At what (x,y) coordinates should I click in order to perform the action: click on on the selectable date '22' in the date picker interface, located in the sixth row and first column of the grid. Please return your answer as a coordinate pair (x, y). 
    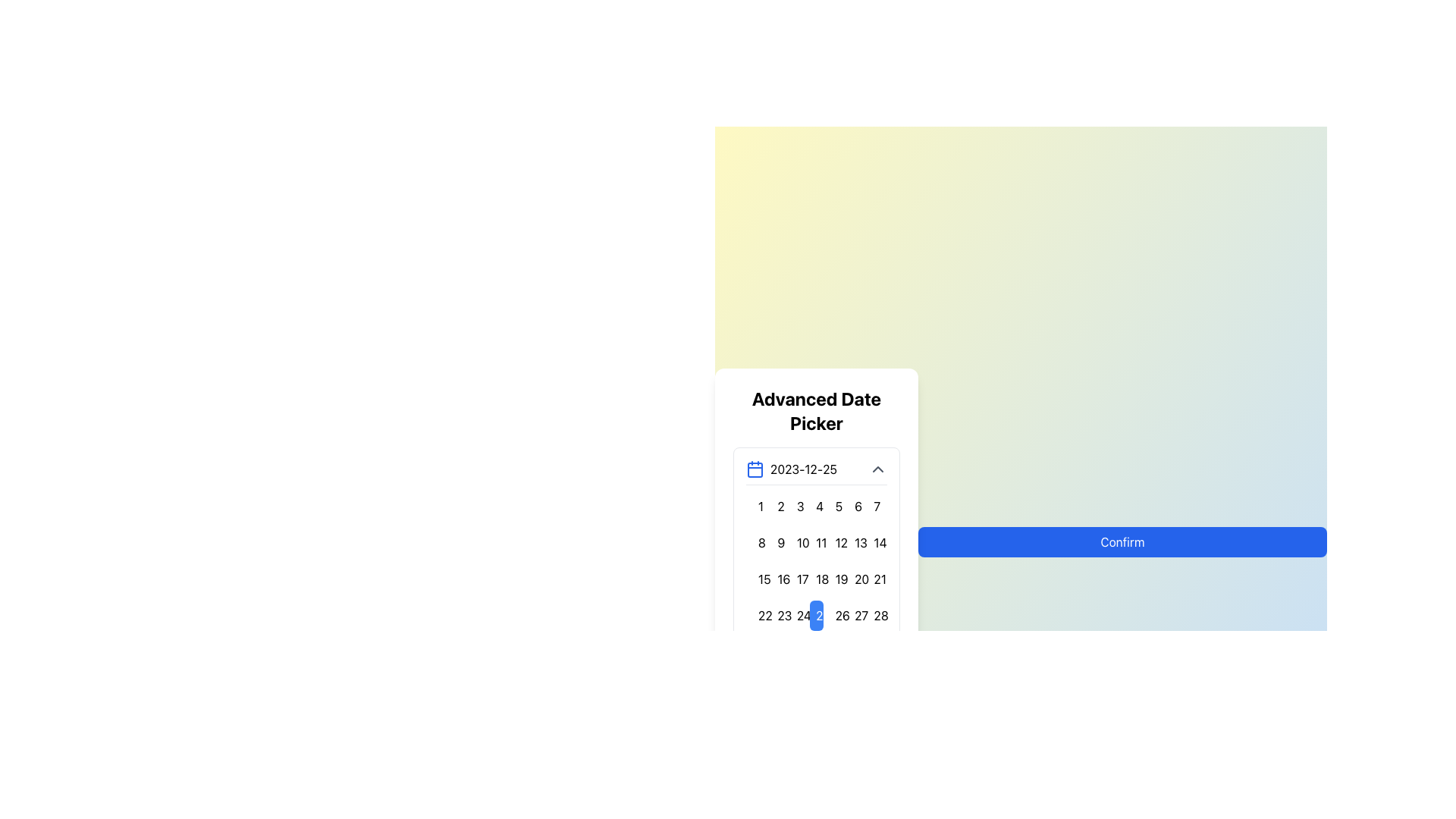
    Looking at the image, I should click on (758, 614).